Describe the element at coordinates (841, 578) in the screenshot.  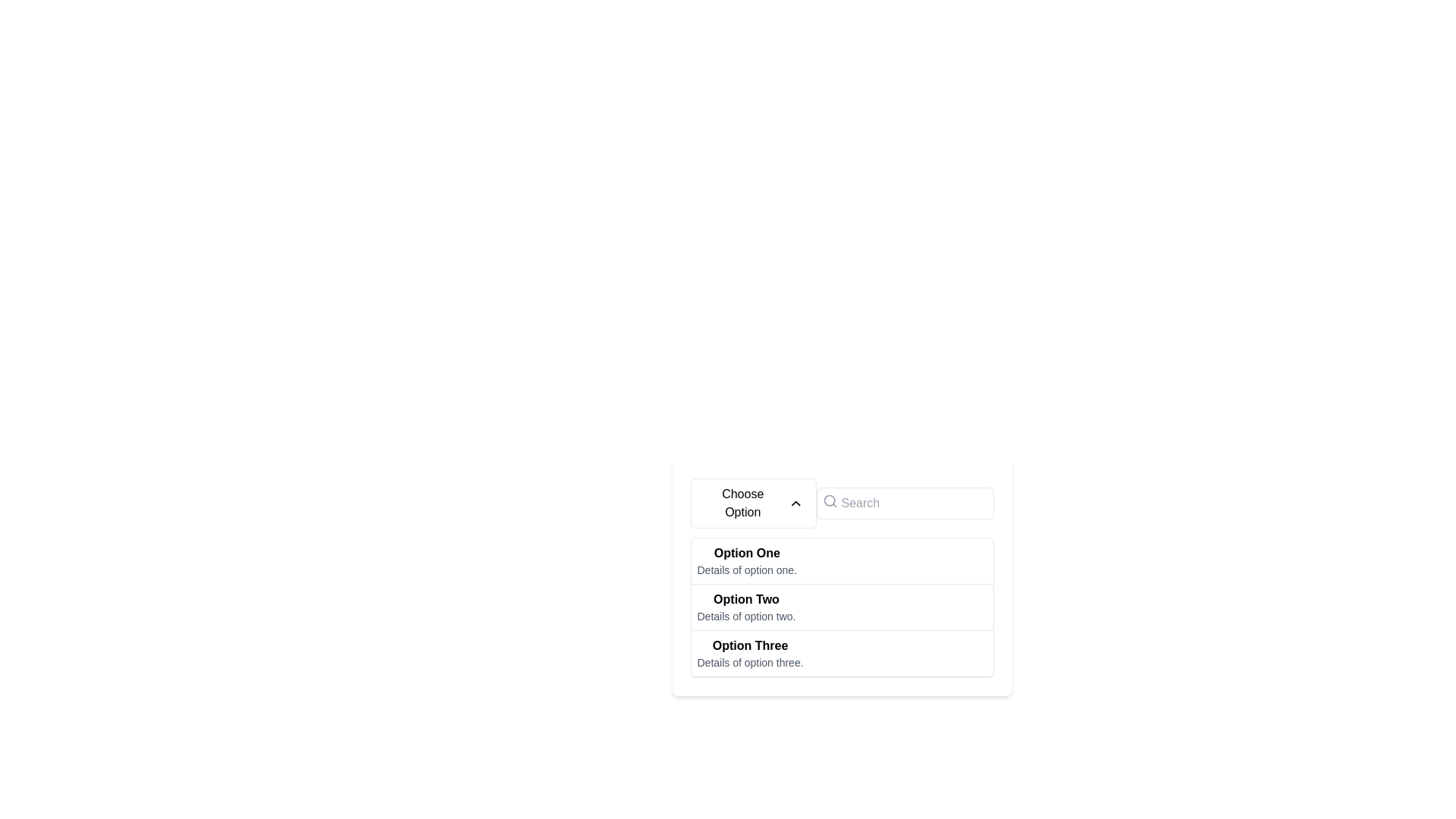
I see `the dropdown menu` at that location.